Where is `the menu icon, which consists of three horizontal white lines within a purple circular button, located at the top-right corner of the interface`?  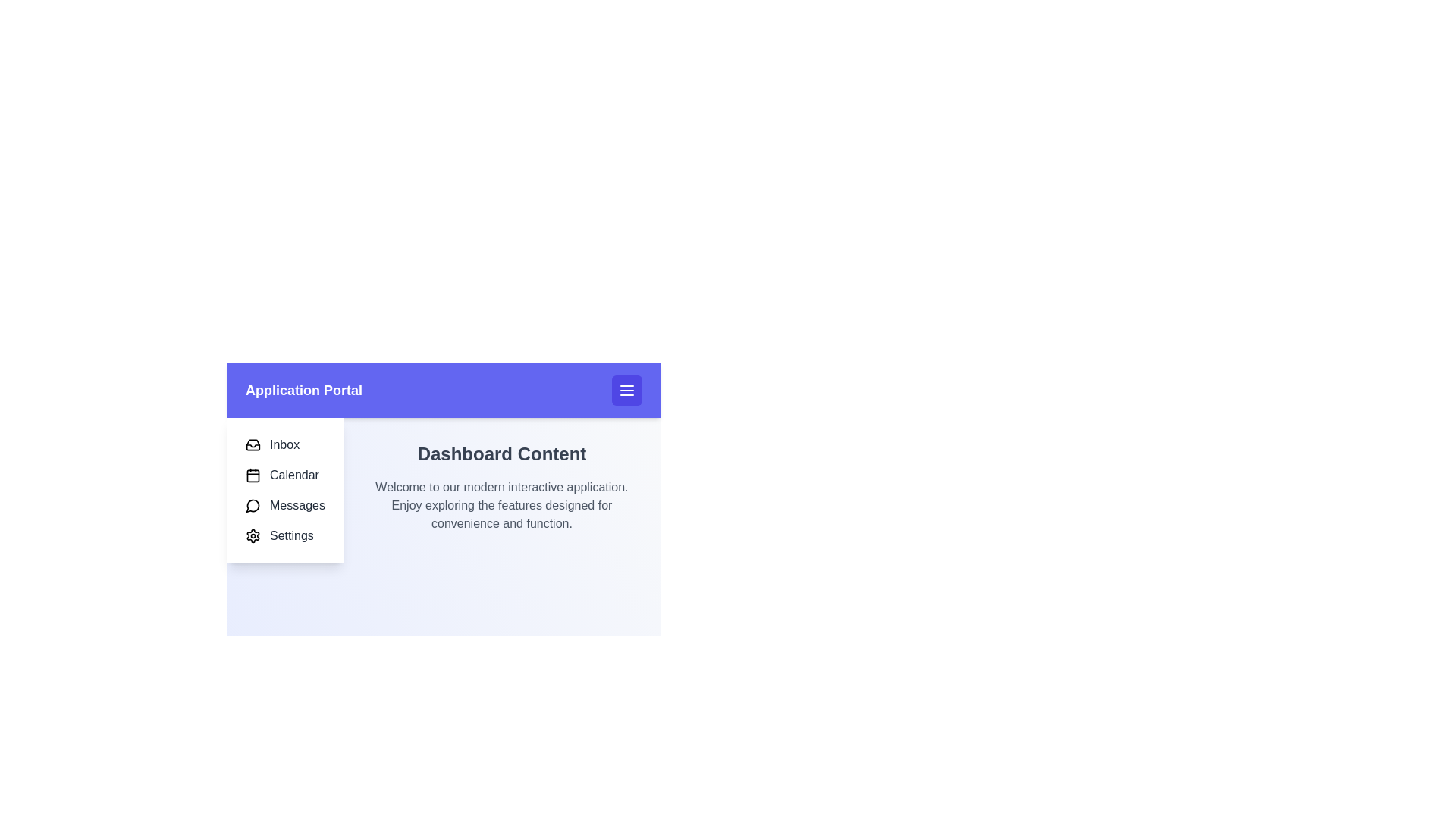
the menu icon, which consists of three horizontal white lines within a purple circular button, located at the top-right corner of the interface is located at coordinates (626, 390).